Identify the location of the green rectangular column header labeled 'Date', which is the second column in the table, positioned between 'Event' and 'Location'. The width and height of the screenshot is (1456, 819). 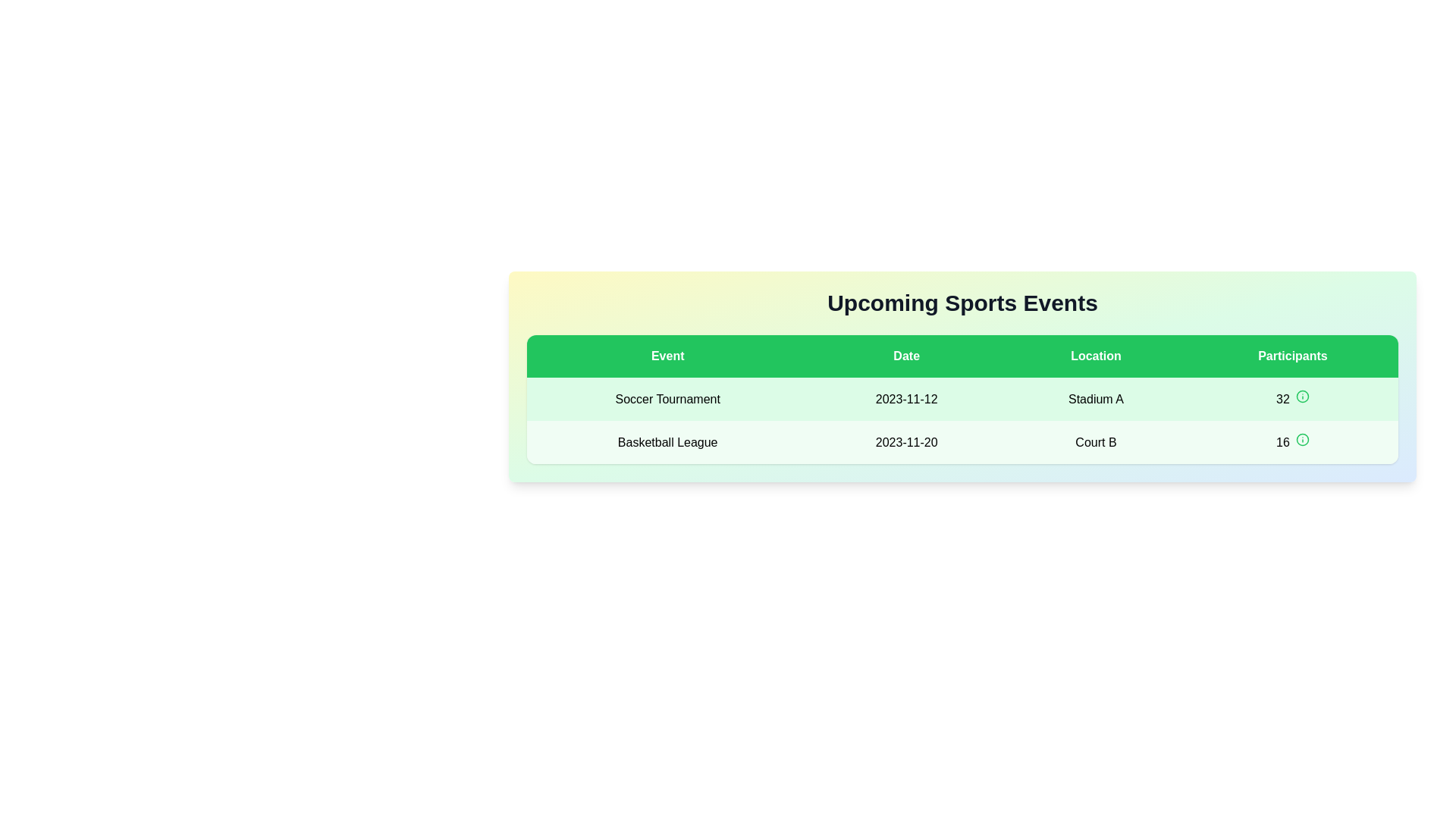
(906, 356).